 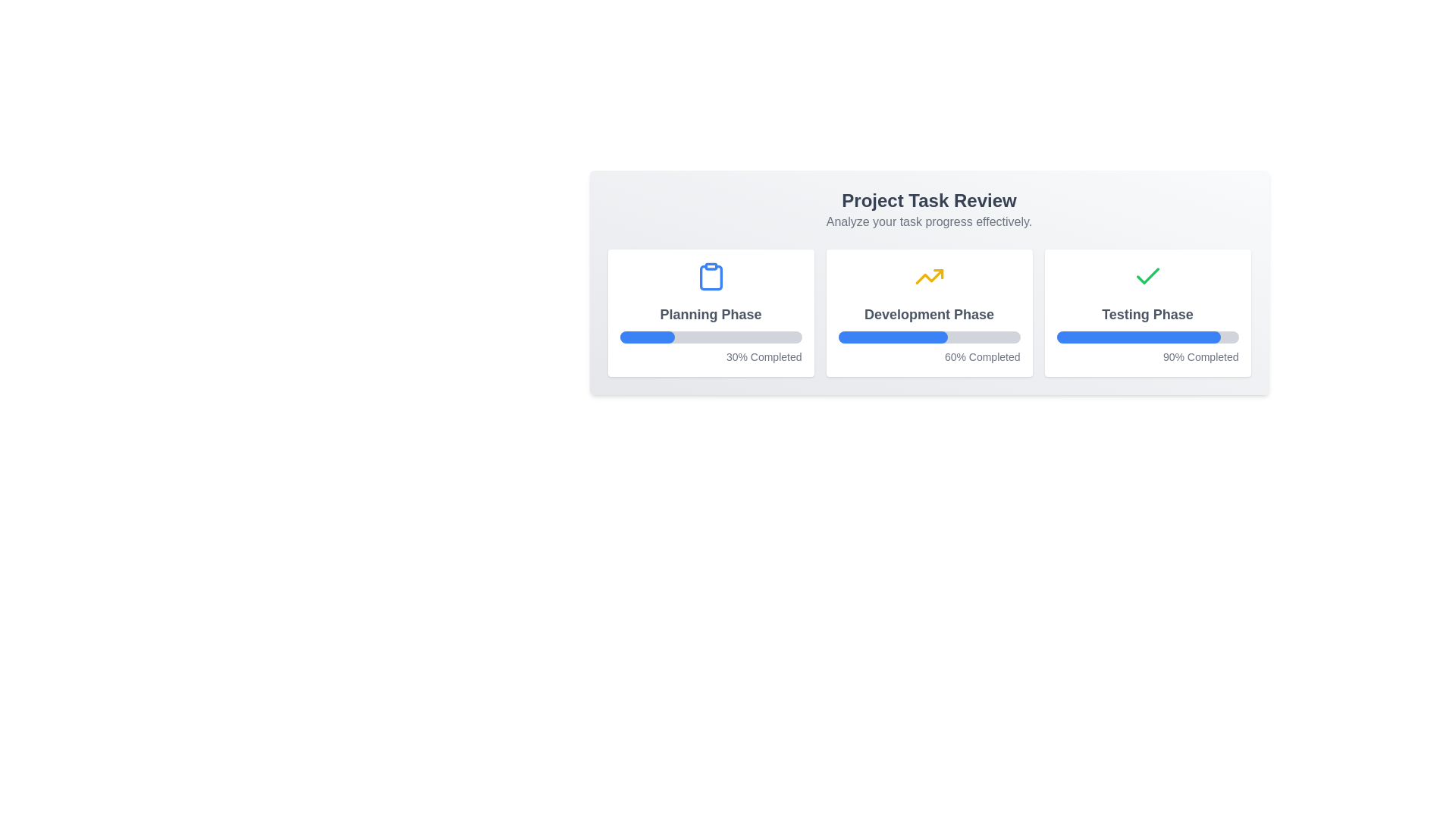 I want to click on the clipboard icon representing the 'Planning Phase', which is centrally placed in the first of three horizontally arranged cards under 'Project Task Review', so click(x=710, y=278).